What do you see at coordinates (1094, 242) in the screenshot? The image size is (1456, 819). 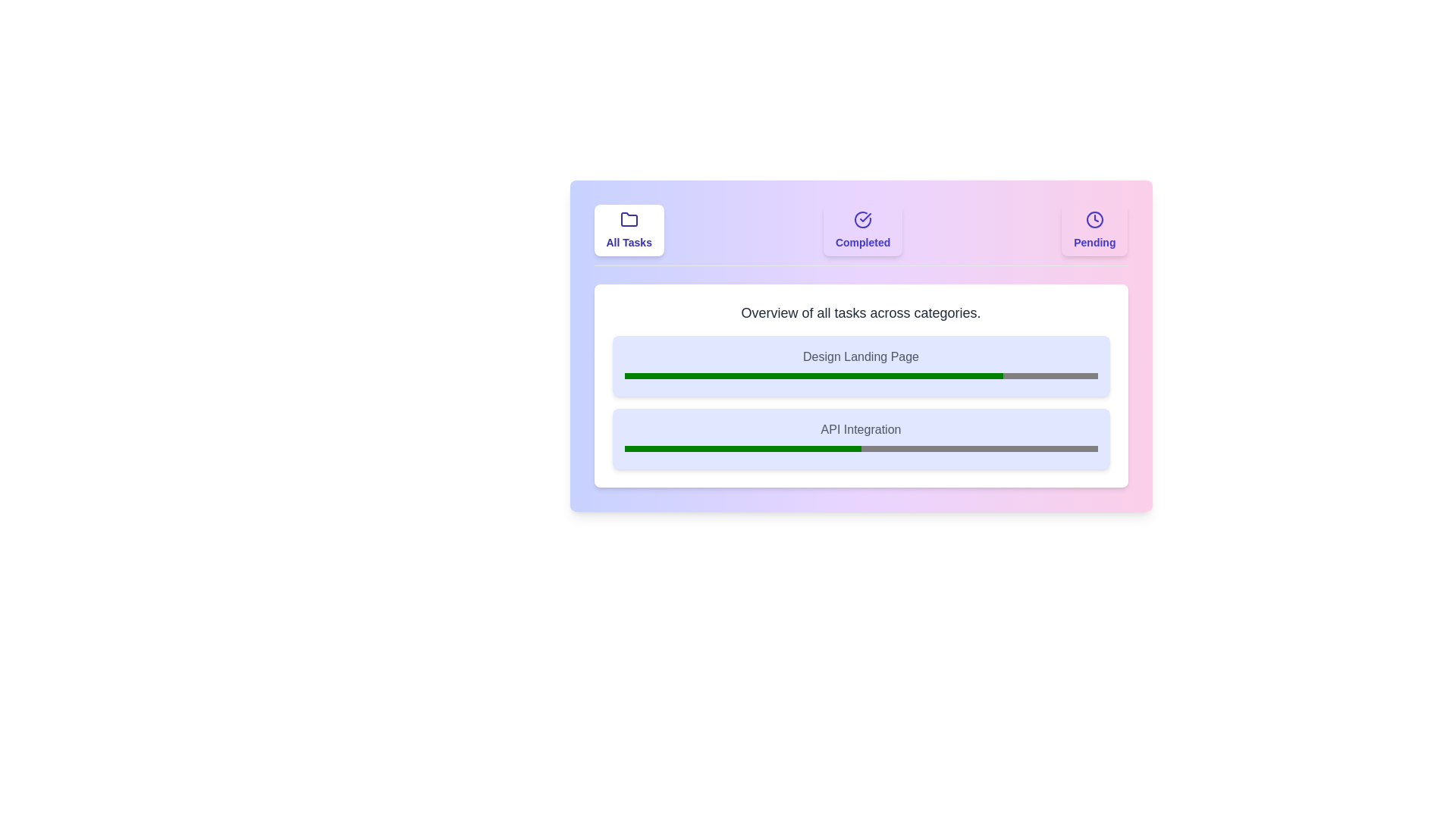 I see `the text label displaying 'Pending' in bold blue font, which is located below a clock icon and part of a button-like structure with rounded corners and a gradient background transitioning from purple to pink` at bounding box center [1094, 242].